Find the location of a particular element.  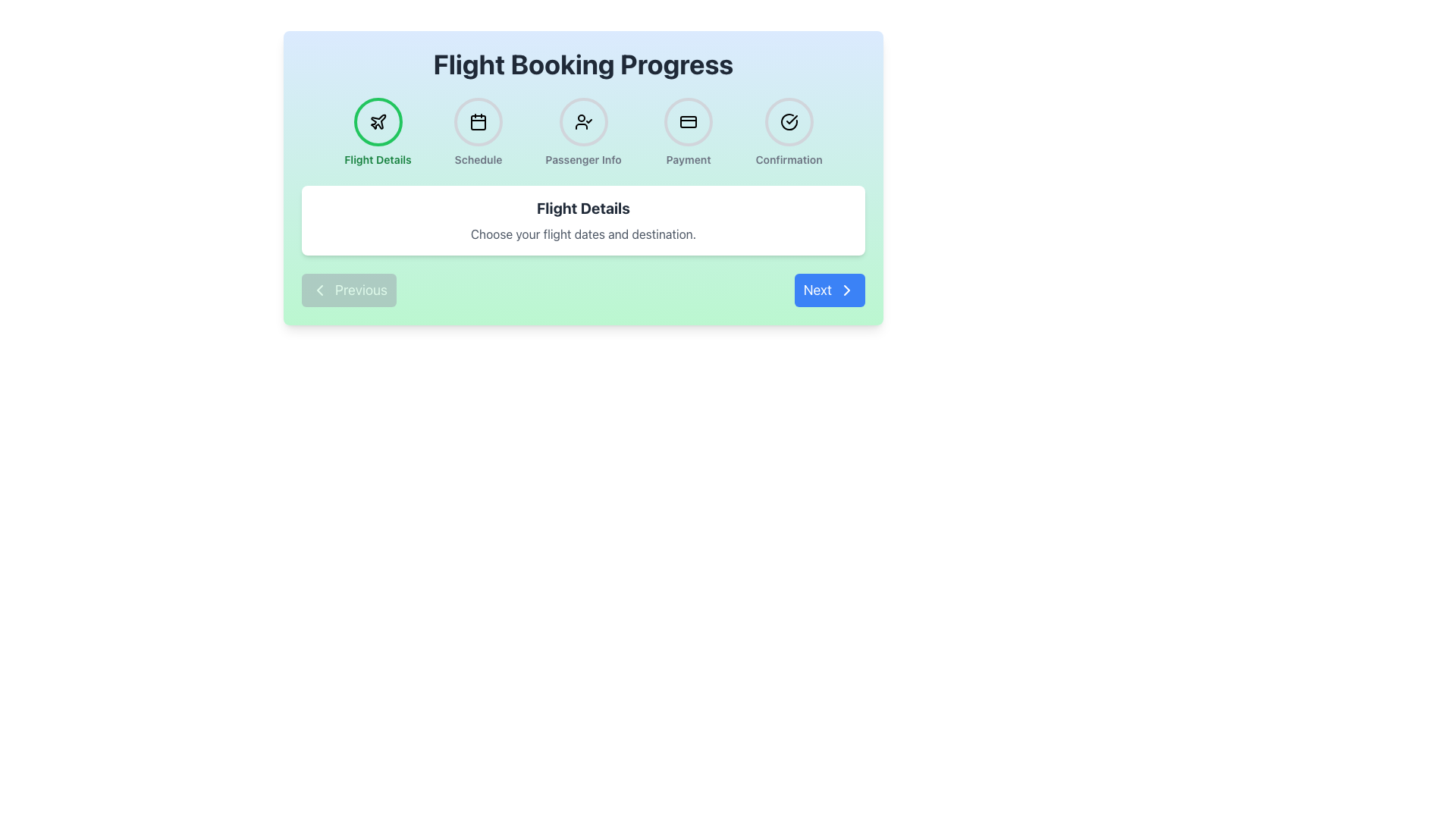

the circular button containing the user profile and checkmark icon is located at coordinates (582, 121).